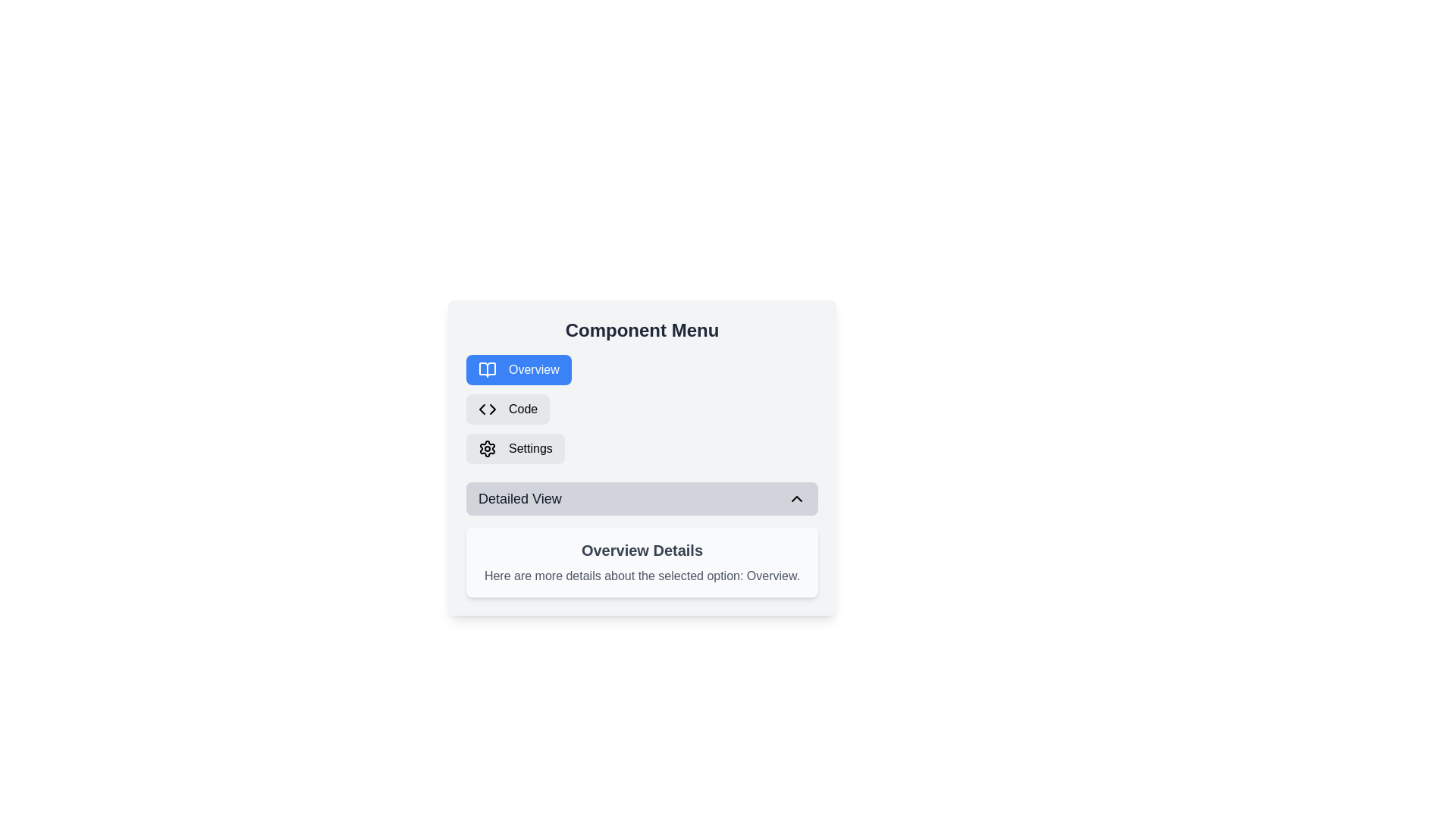 The image size is (1456, 819). Describe the element at coordinates (530, 447) in the screenshot. I see `the 'Settings' label located within the navigation button below the 'Code' button in the Component Menu panel` at that location.